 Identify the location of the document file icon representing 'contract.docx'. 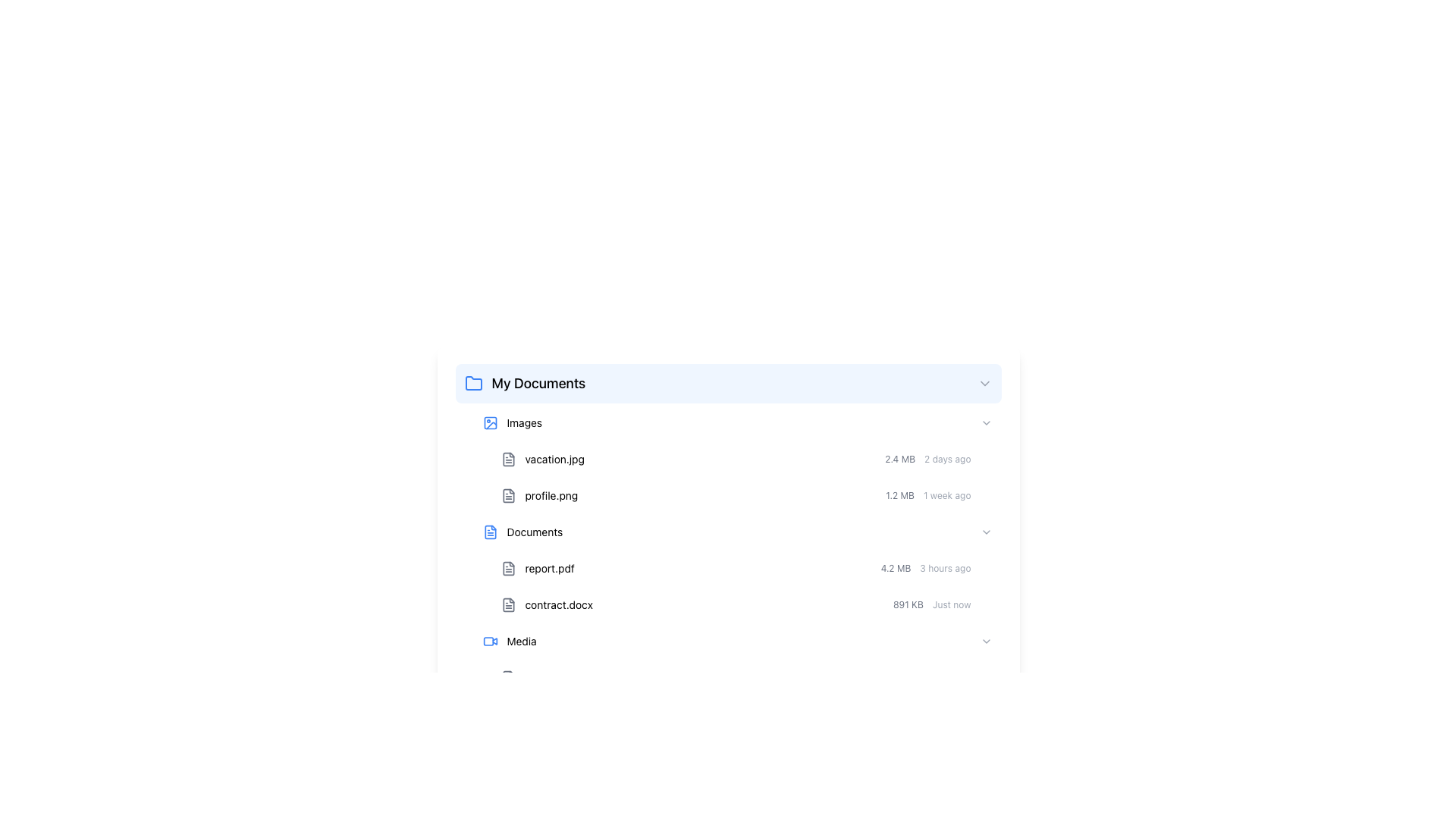
(508, 604).